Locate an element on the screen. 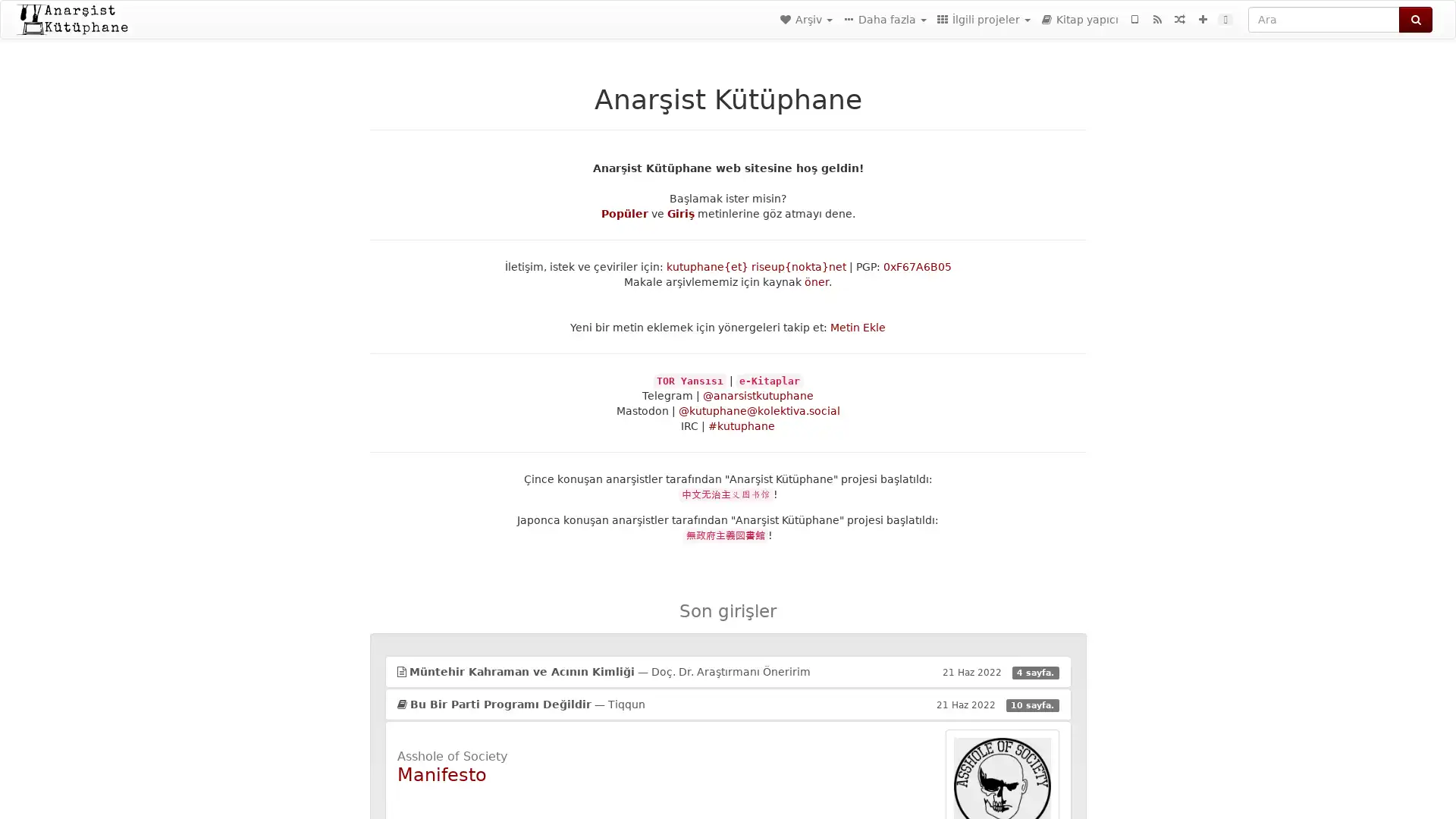 This screenshot has width=1456, height=819. Ara is located at coordinates (1415, 20).